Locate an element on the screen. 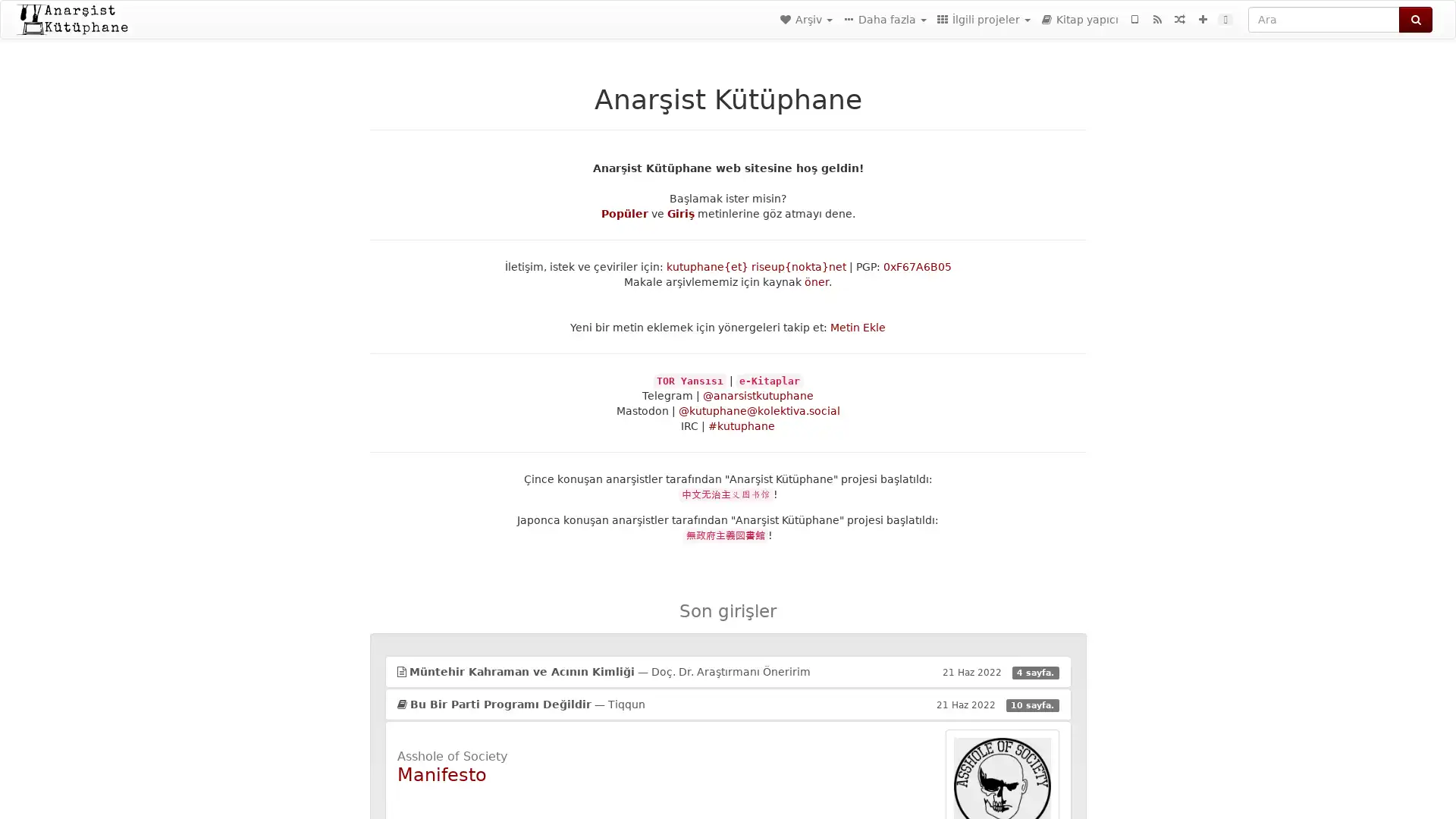 This screenshot has width=1456, height=819. Ara is located at coordinates (1415, 20).